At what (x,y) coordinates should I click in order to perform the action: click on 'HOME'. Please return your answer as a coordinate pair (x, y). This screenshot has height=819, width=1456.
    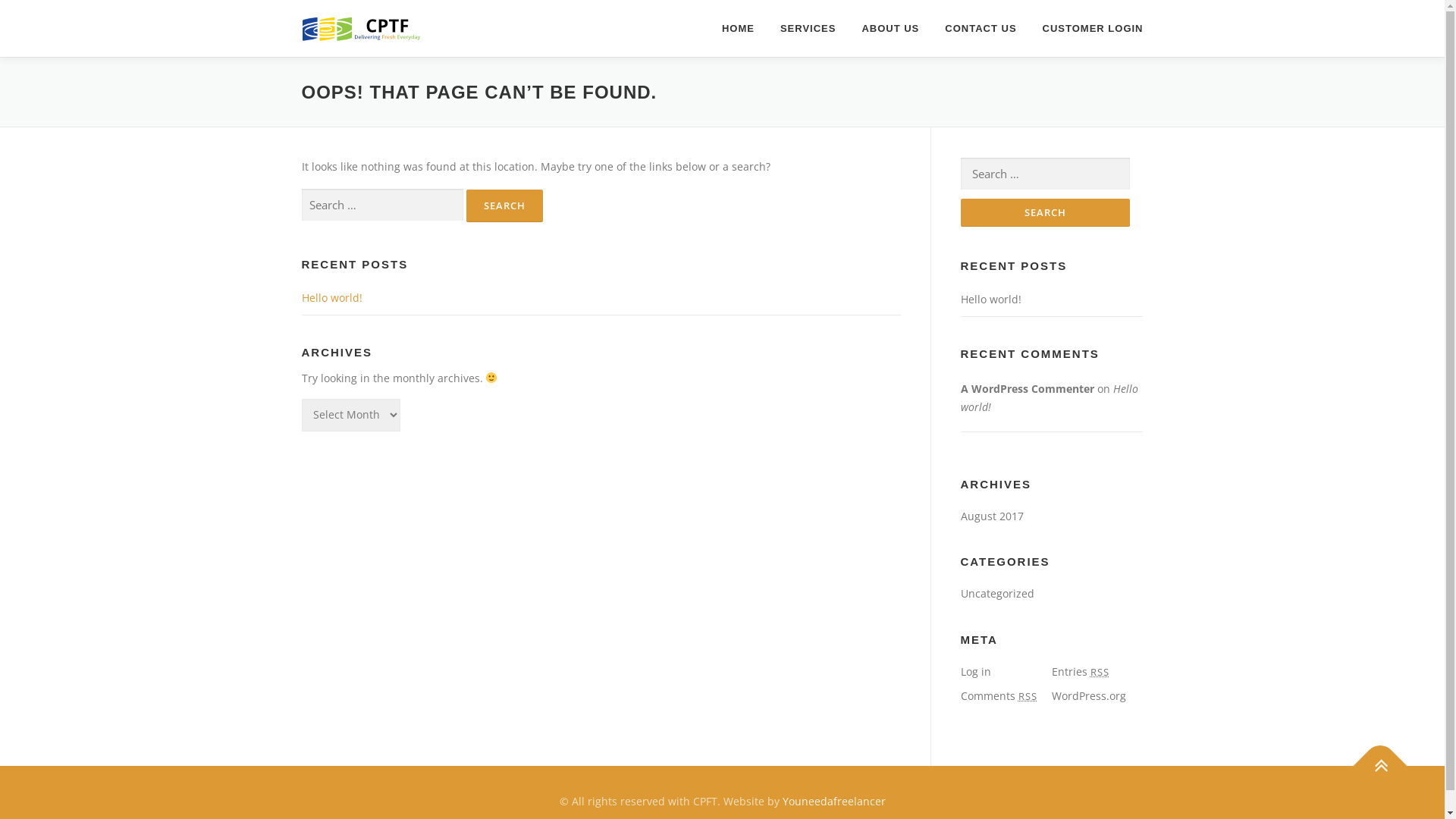
    Looking at the image, I should click on (708, 28).